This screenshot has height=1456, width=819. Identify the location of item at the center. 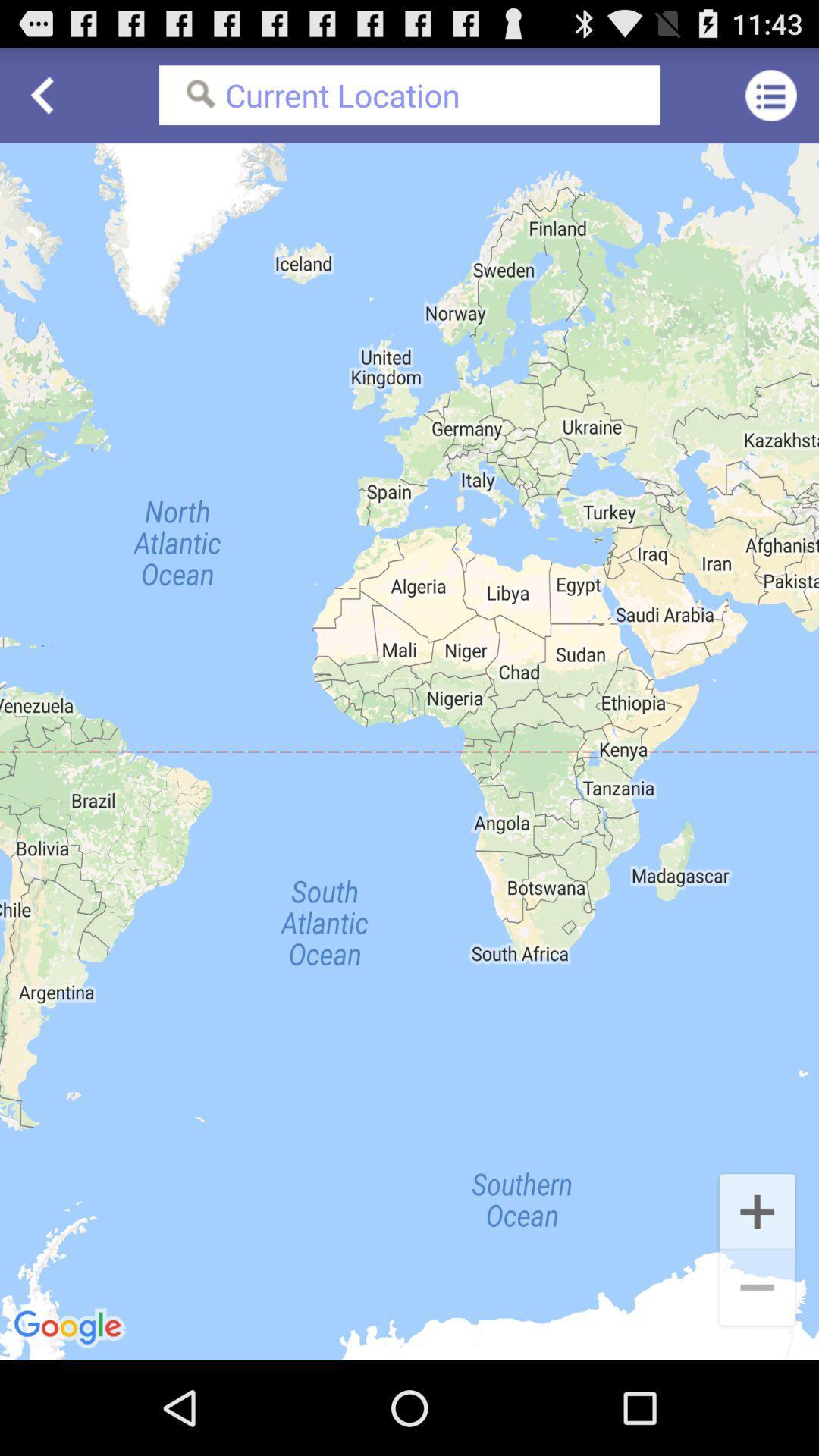
(409, 752).